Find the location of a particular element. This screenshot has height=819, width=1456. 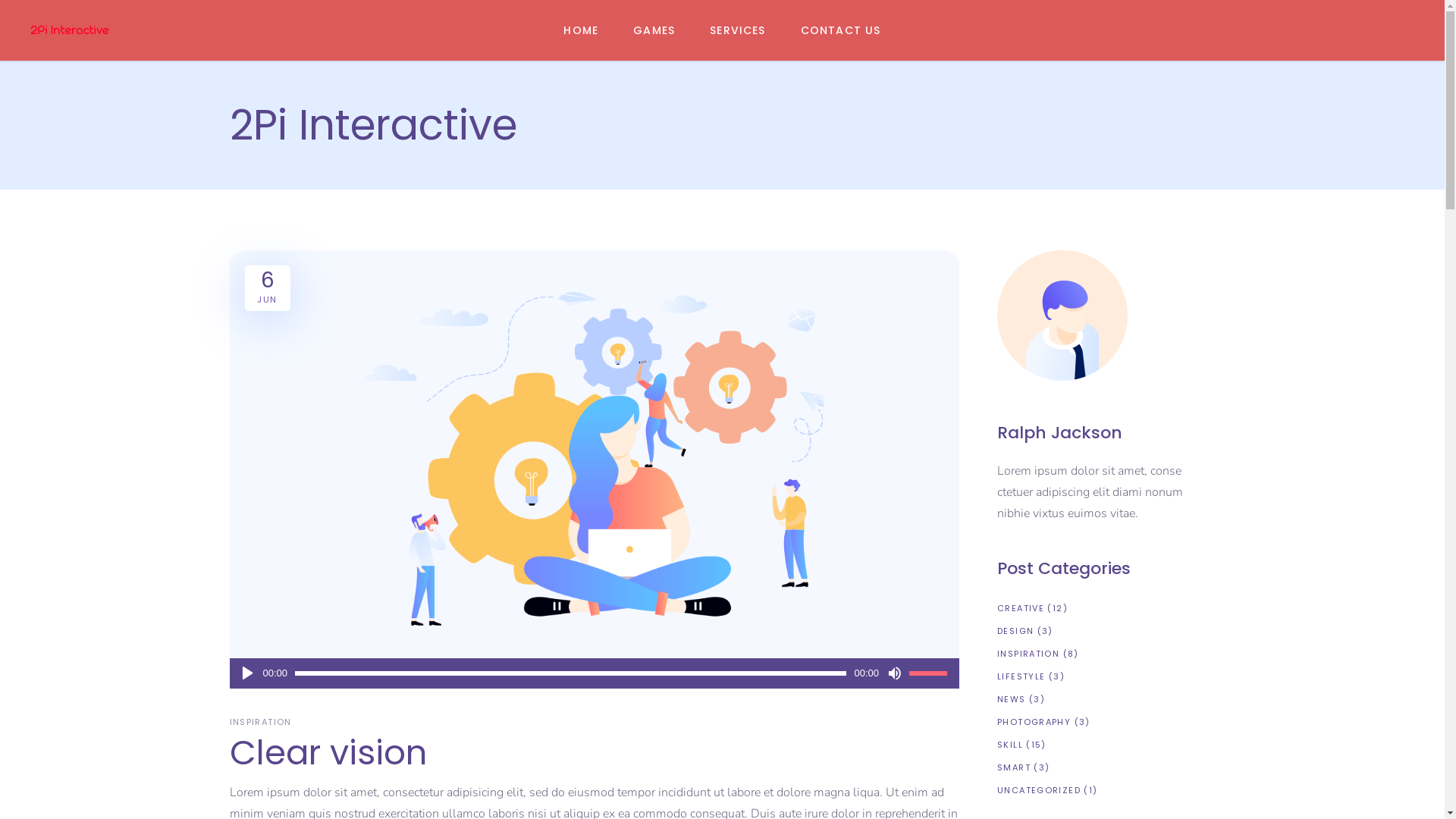

'Mute' is located at coordinates (894, 672).